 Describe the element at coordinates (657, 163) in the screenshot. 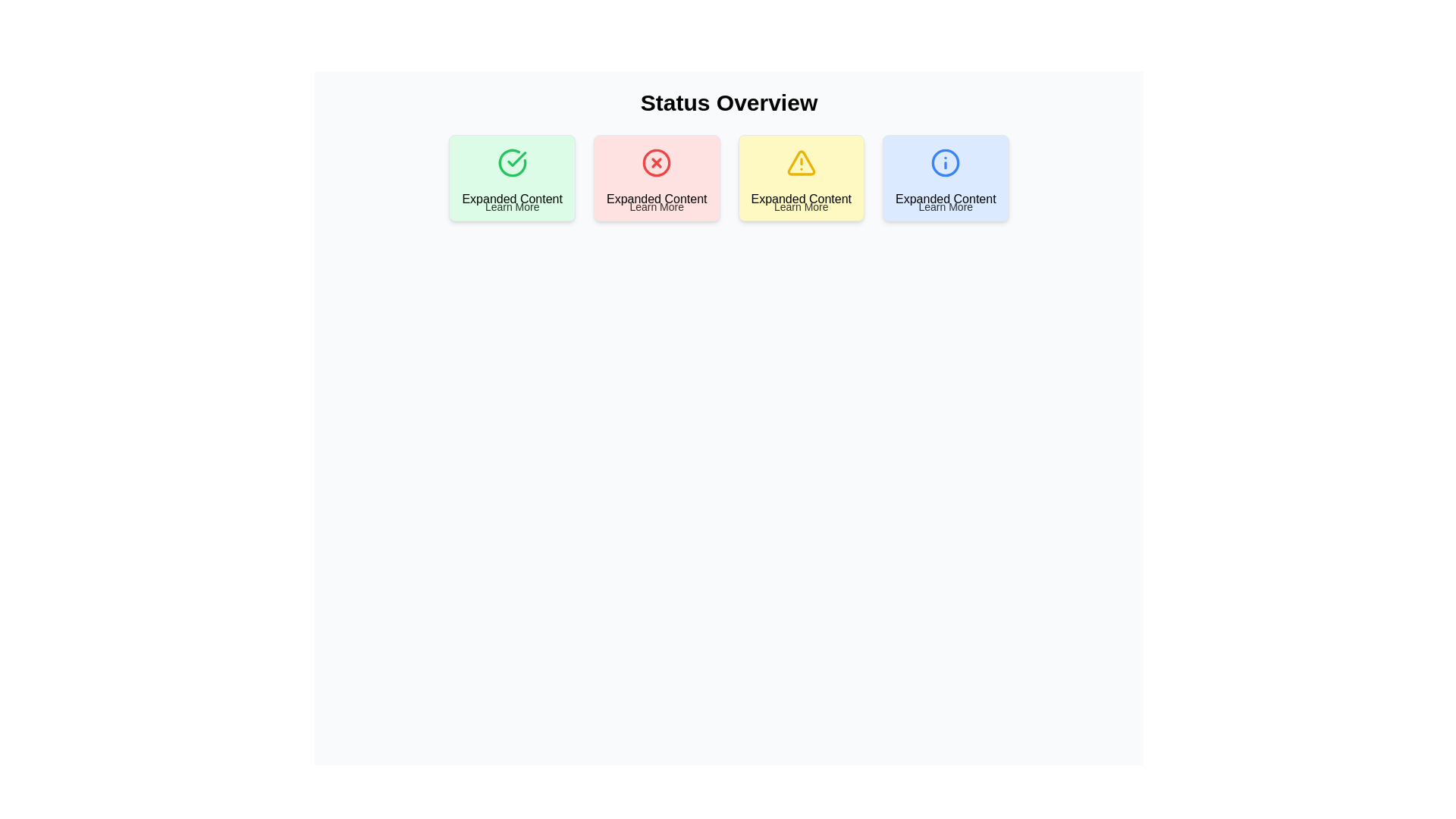

I see `the circular component of the cancel icon, which is the second icon from the left under the 'Status Overview' header, surrounded by a red square background` at that location.